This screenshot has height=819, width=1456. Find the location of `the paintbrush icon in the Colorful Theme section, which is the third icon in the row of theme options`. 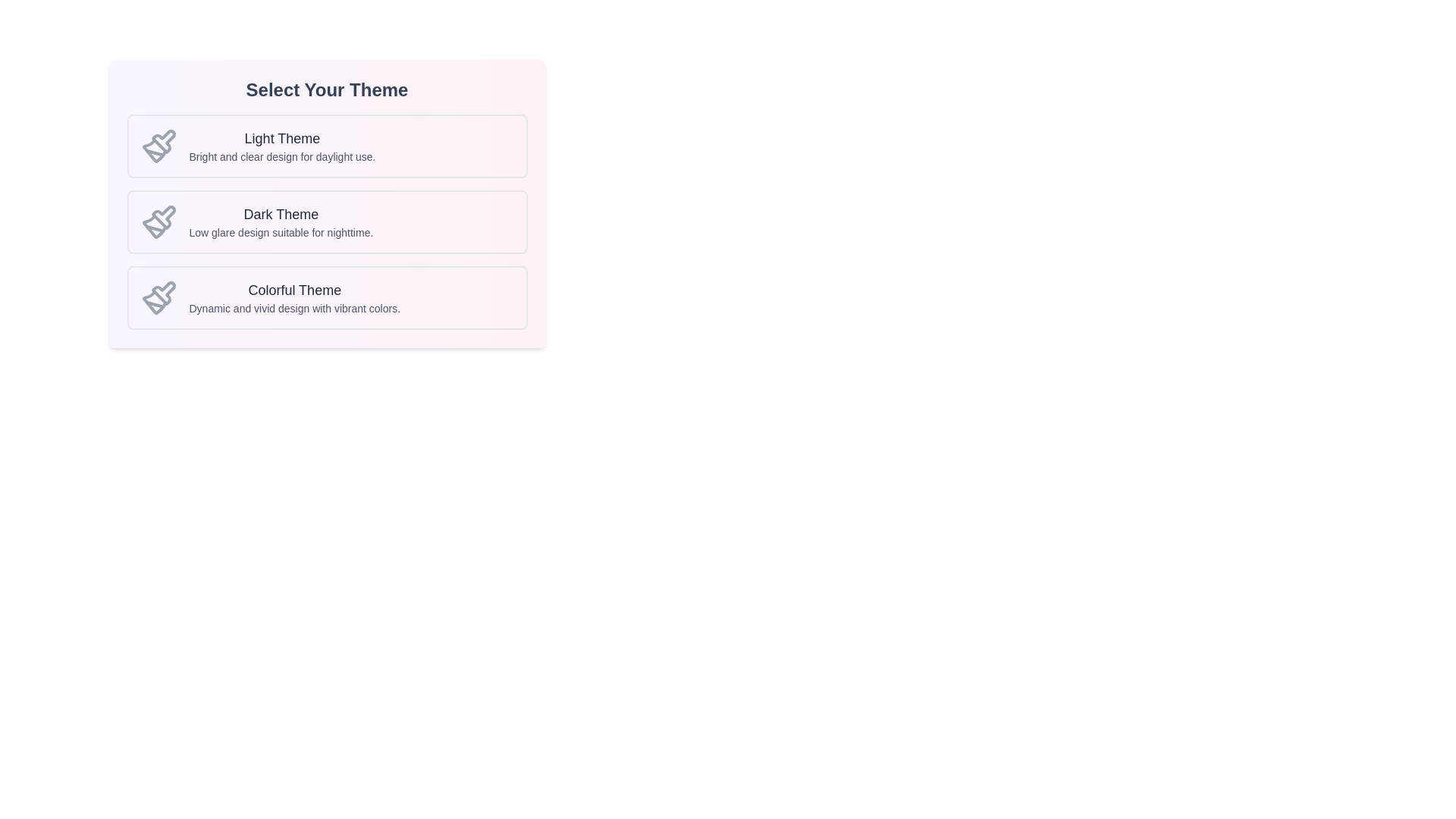

the paintbrush icon in the Colorful Theme section, which is the third icon in the row of theme options is located at coordinates (154, 302).